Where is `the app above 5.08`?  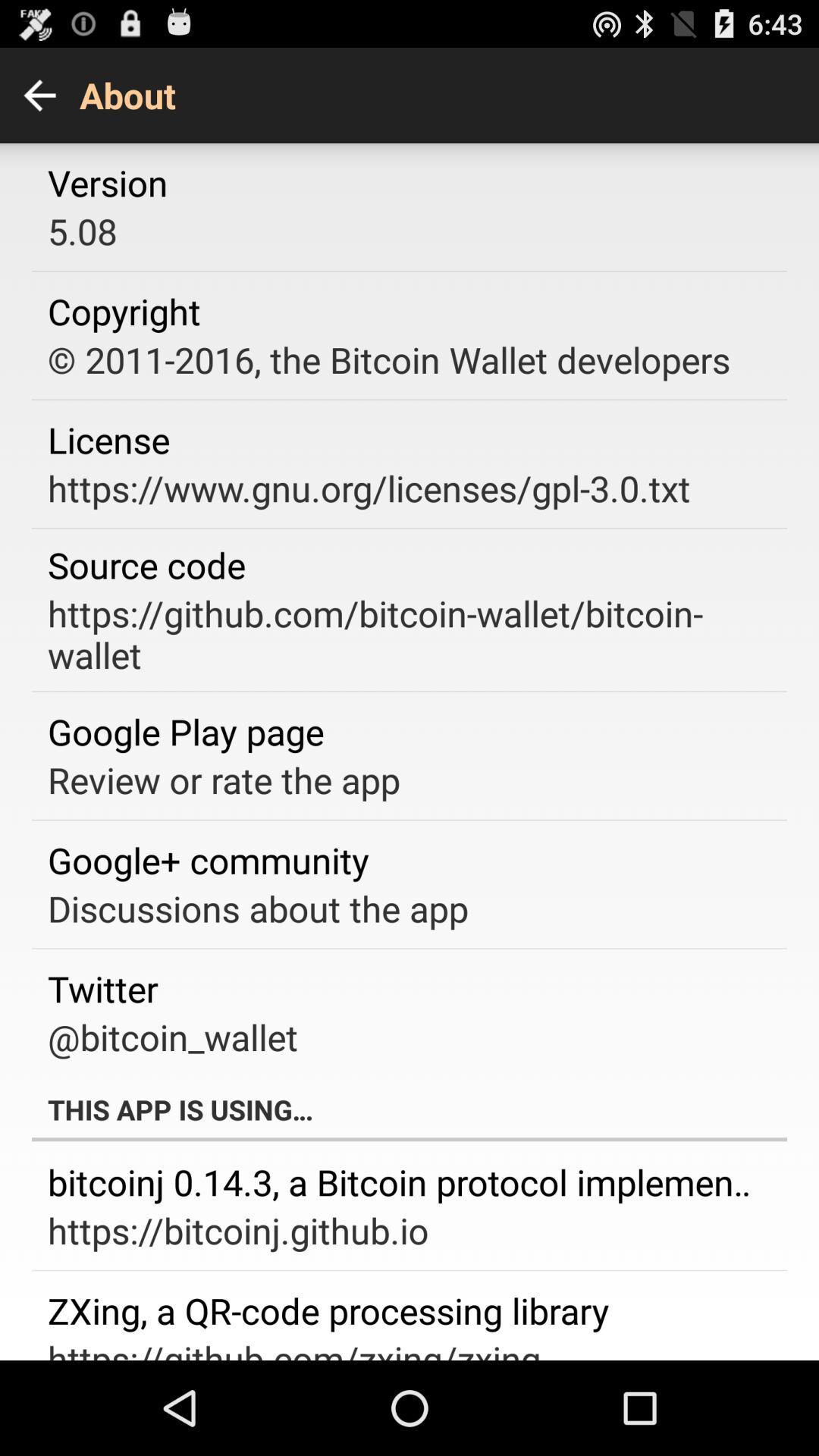 the app above 5.08 is located at coordinates (107, 182).